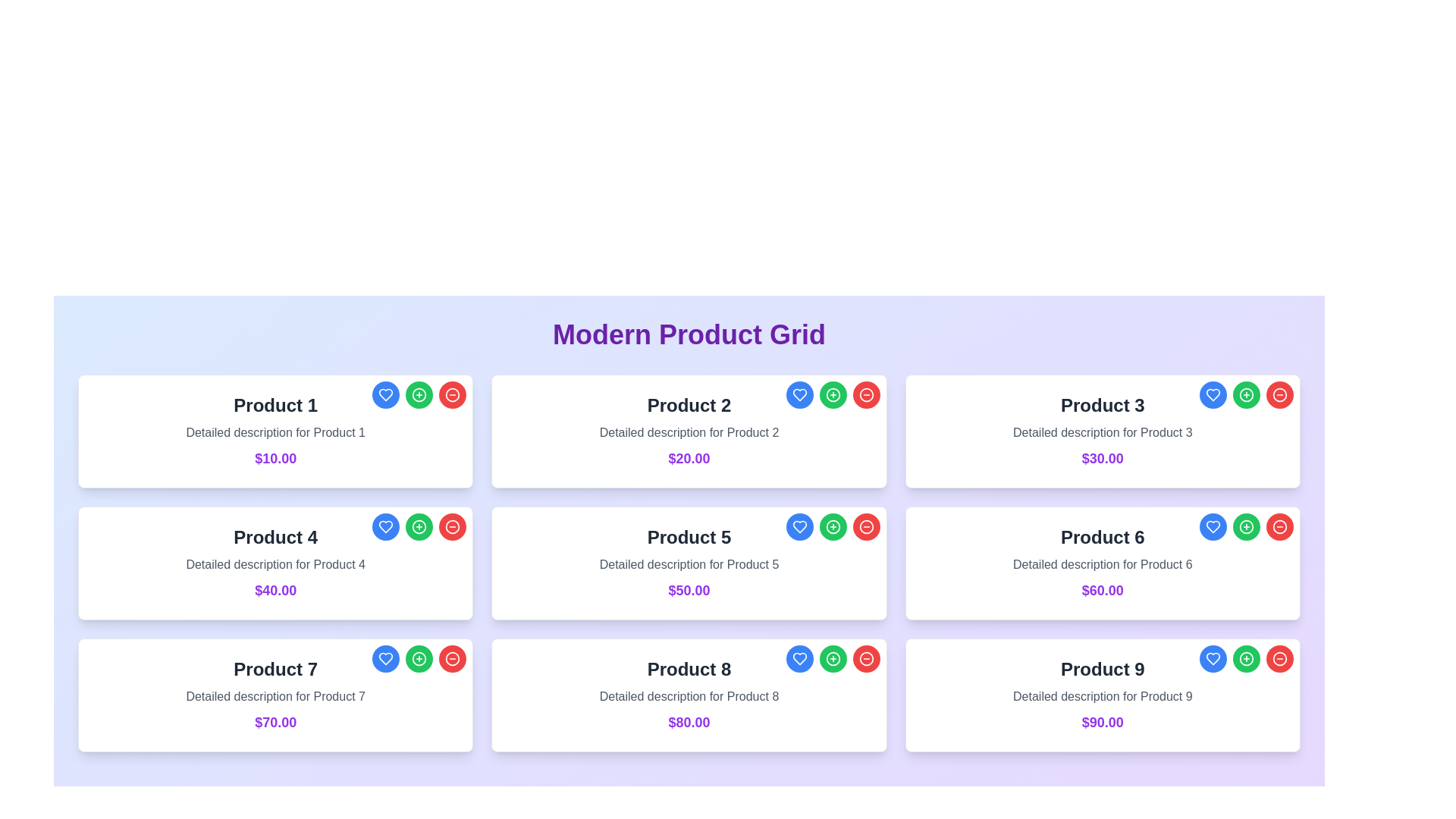 The image size is (1456, 819). Describe the element at coordinates (832, 526) in the screenshot. I see `the leftmost circular icon with a green outline and fill color in the action icons group for 'Product 5' in the second row of the product grid` at that location.